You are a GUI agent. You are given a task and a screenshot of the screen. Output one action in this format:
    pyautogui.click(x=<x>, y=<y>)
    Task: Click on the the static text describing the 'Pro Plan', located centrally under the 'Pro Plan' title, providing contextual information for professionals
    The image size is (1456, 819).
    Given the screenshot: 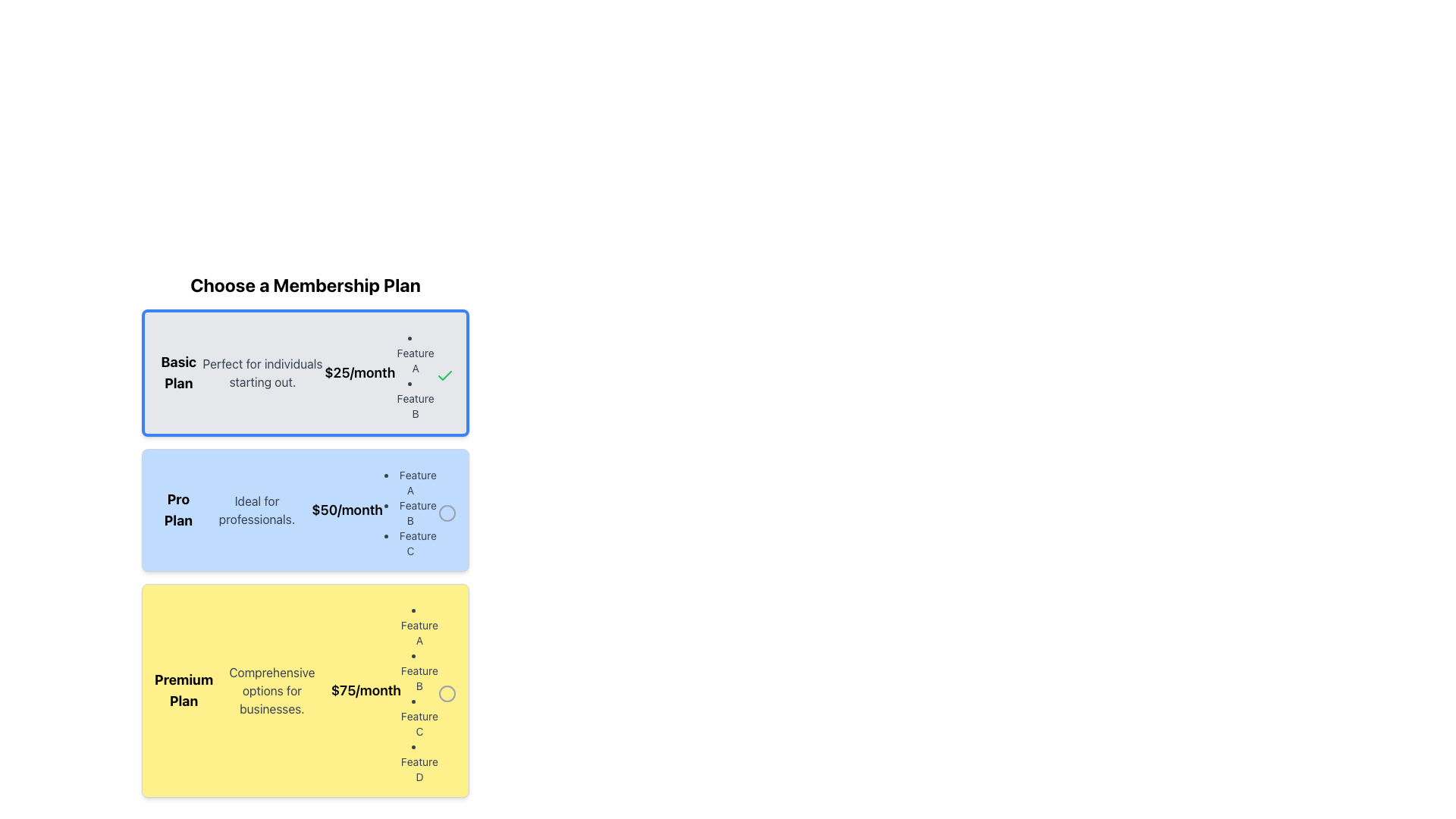 What is the action you would take?
    pyautogui.click(x=256, y=510)
    